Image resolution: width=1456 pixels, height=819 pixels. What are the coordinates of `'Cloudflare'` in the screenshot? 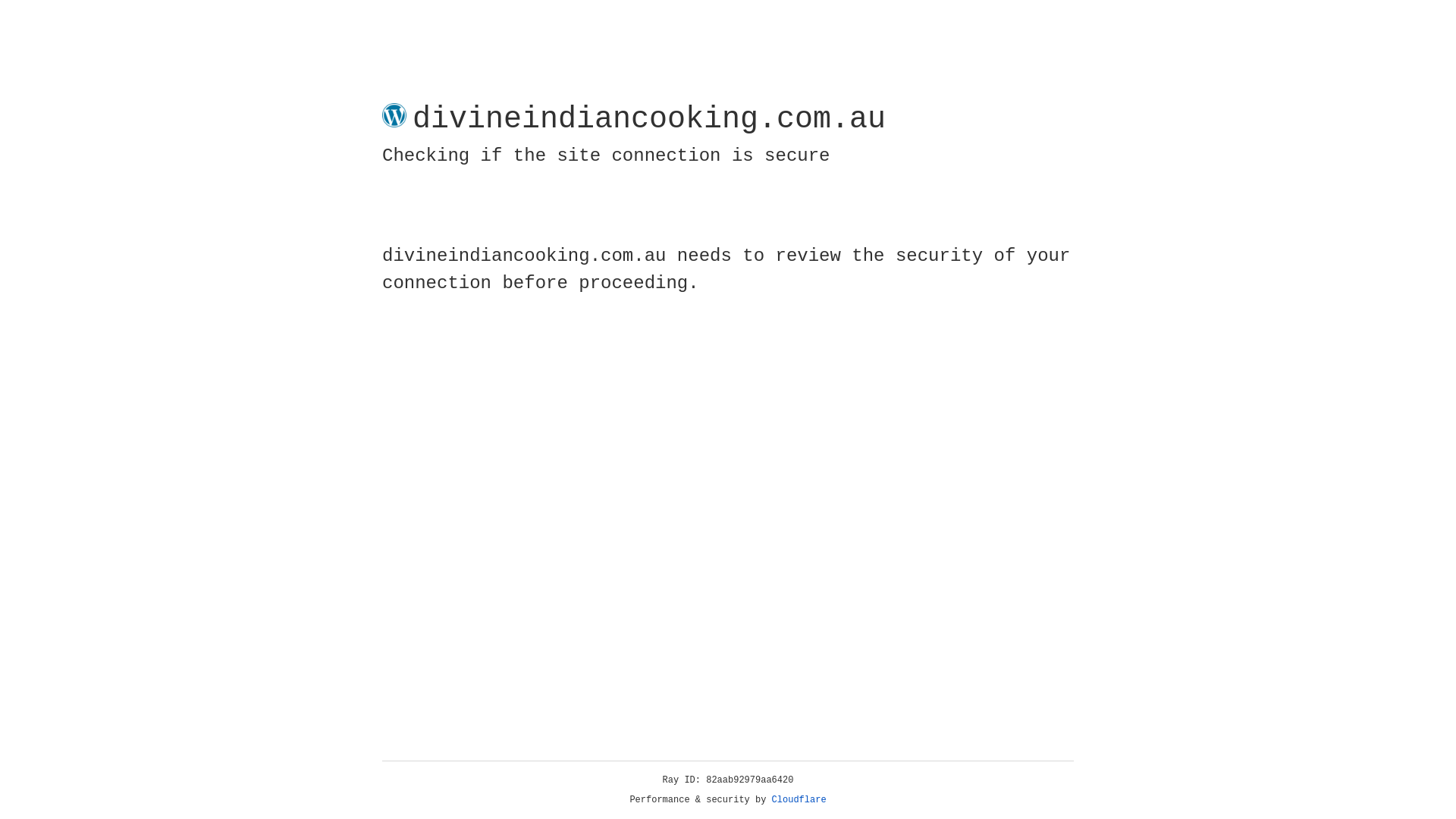 It's located at (771, 799).